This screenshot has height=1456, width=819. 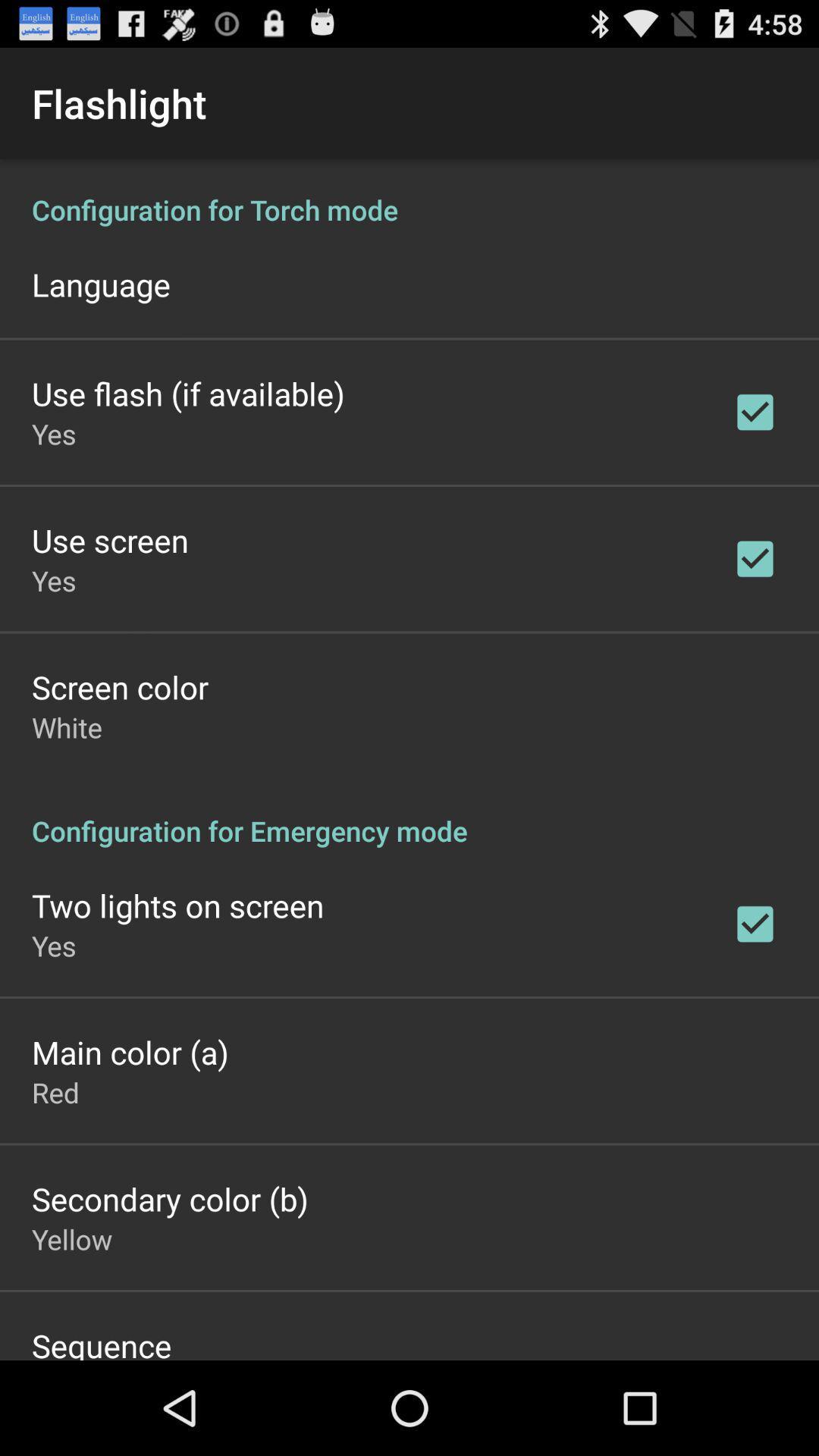 I want to click on the use screen icon, so click(x=109, y=540).